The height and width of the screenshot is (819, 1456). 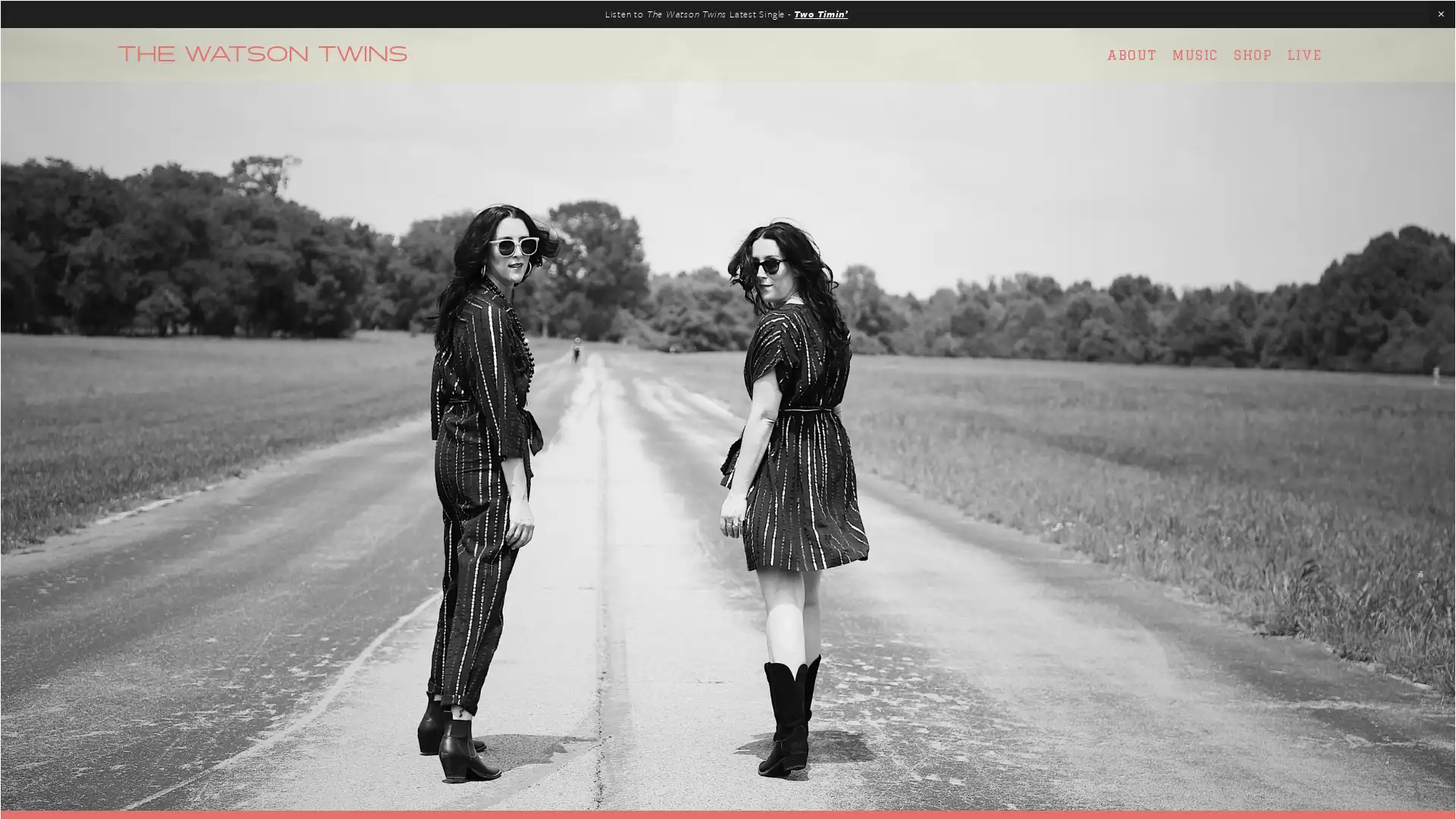 I want to click on Close, so click(x=994, y=216).